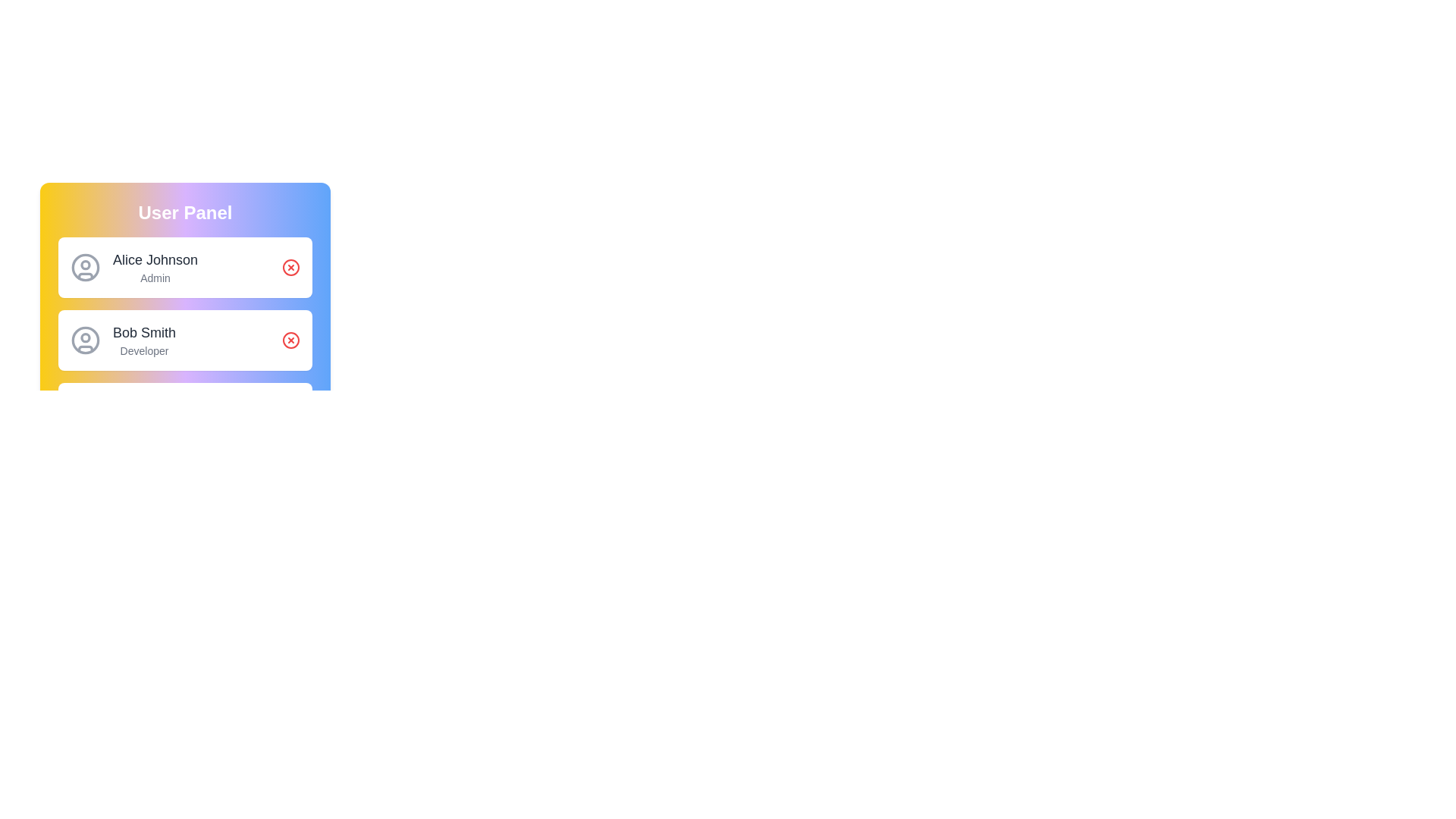  I want to click on displayed information from the user interface panel that lists users, including their names and roles, located at the top-center of the interface, so click(184, 271).